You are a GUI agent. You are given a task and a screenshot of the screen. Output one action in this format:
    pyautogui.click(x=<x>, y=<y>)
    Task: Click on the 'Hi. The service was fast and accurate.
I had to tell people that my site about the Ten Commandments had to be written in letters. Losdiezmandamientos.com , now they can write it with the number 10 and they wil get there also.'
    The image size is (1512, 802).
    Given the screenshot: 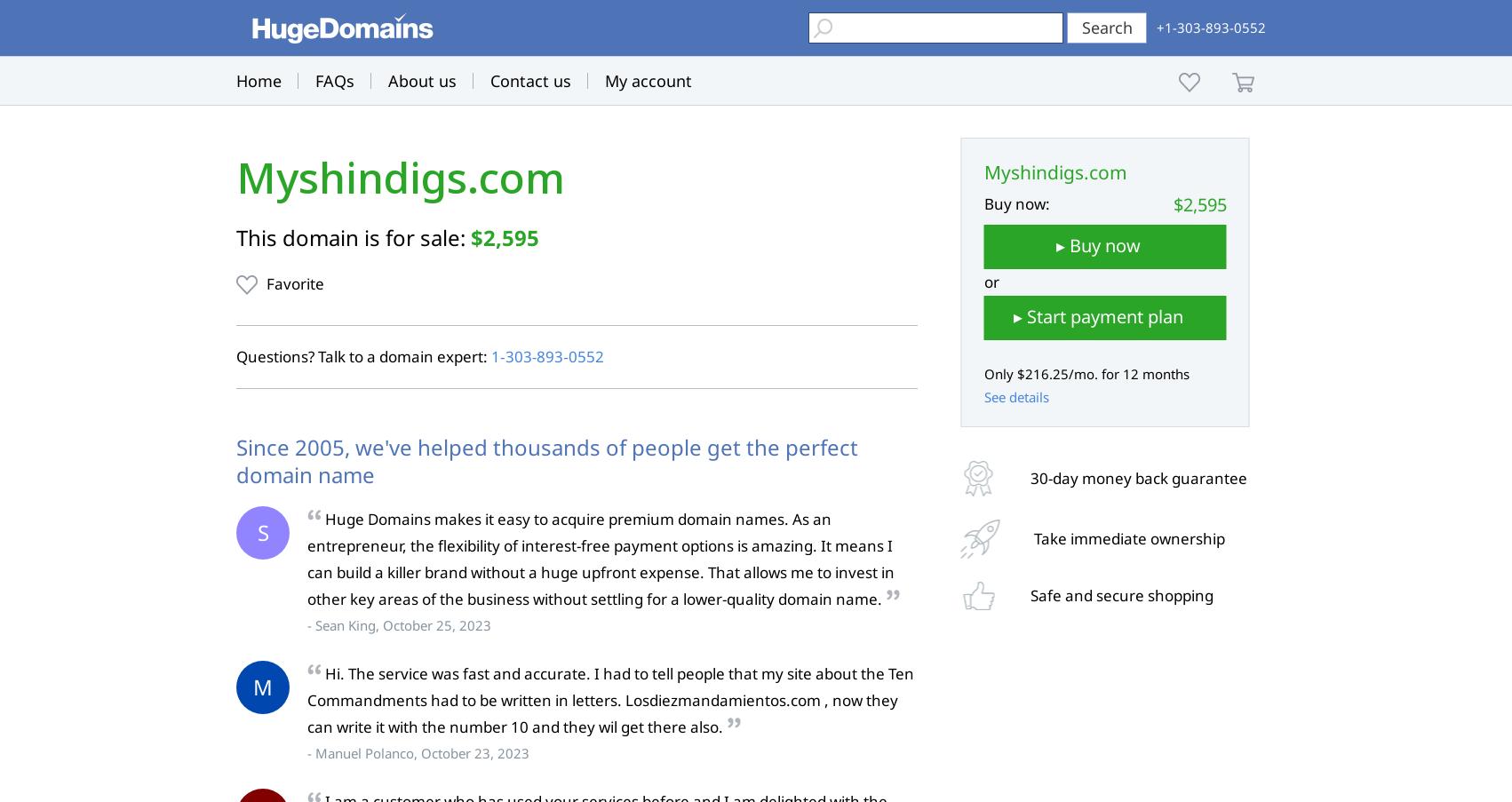 What is the action you would take?
    pyautogui.click(x=307, y=698)
    